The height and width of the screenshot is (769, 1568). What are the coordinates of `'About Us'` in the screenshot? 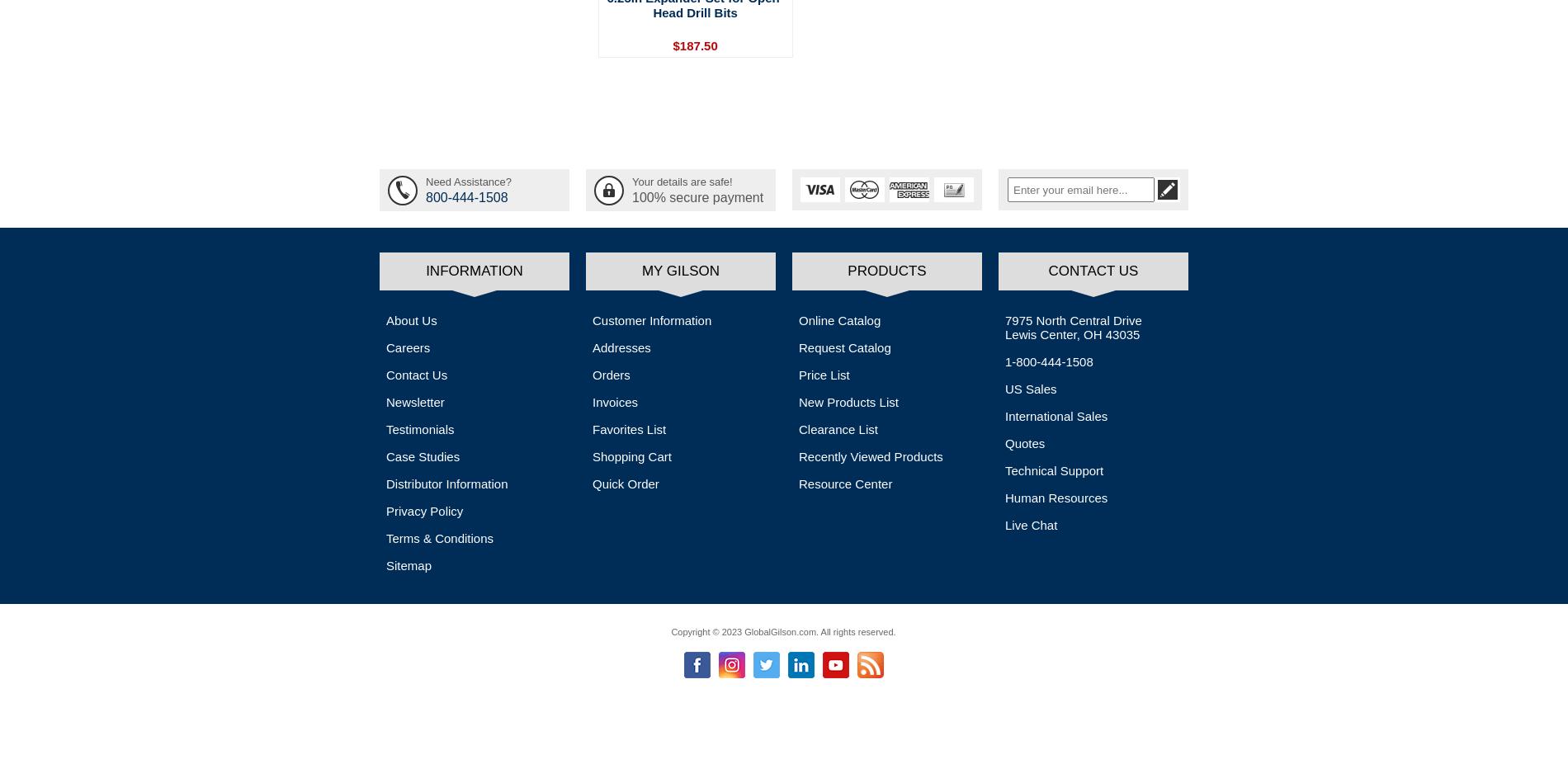 It's located at (411, 318).